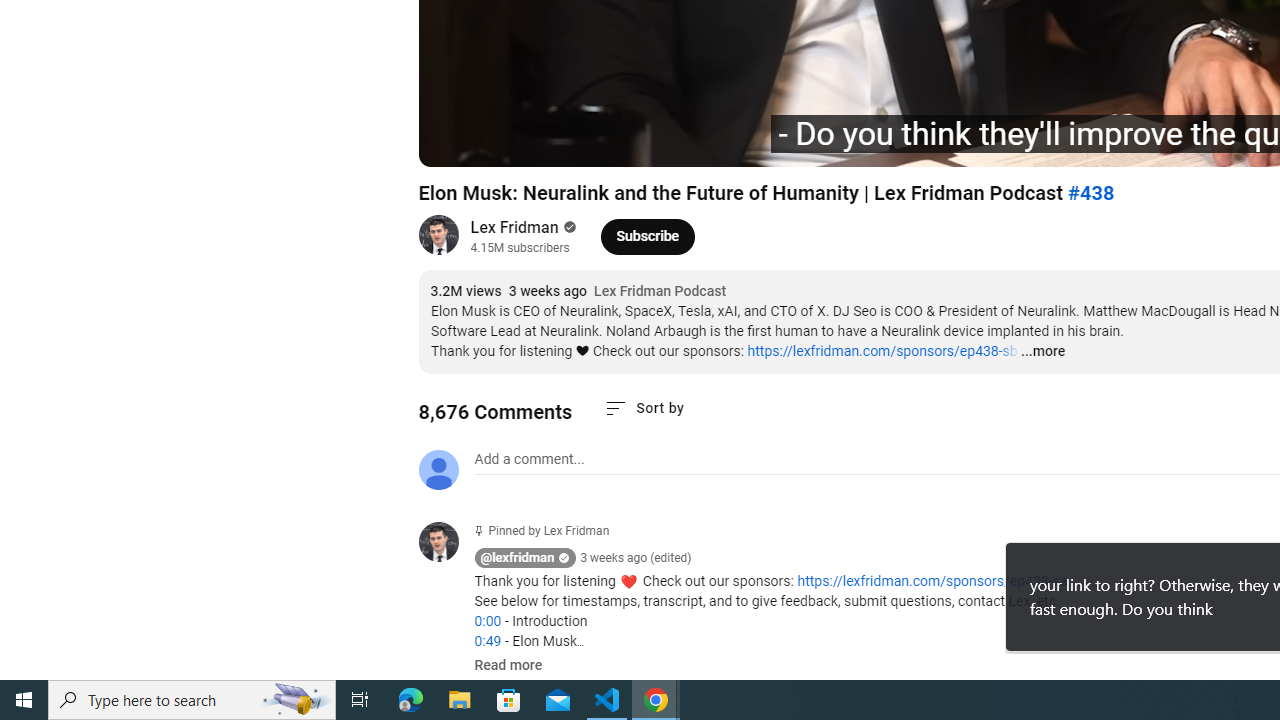 The height and width of the screenshot is (720, 1280). Describe the element at coordinates (660, 291) in the screenshot. I see `'Lex Fridman Podcast'` at that location.